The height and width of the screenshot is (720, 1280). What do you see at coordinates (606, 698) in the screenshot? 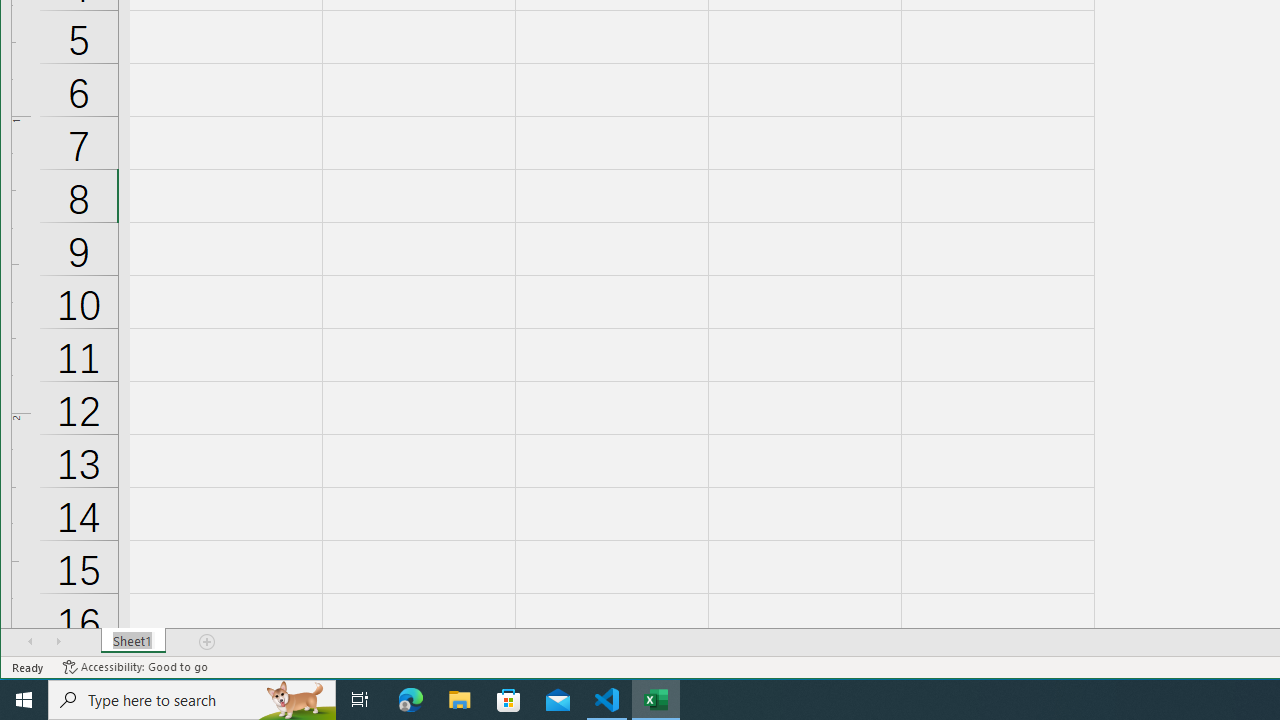
I see `'Visual Studio Code - 1 running window'` at bounding box center [606, 698].